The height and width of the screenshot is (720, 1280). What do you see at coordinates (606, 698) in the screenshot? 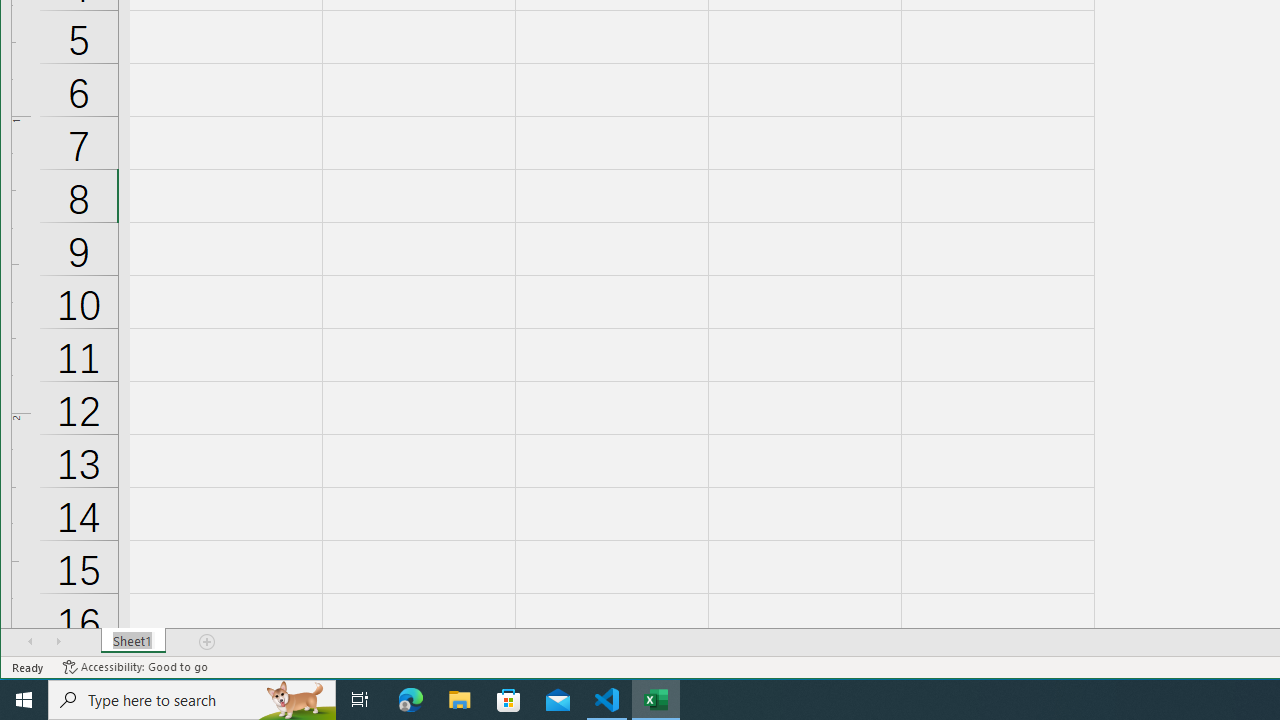
I see `'Visual Studio Code - 1 running window'` at bounding box center [606, 698].